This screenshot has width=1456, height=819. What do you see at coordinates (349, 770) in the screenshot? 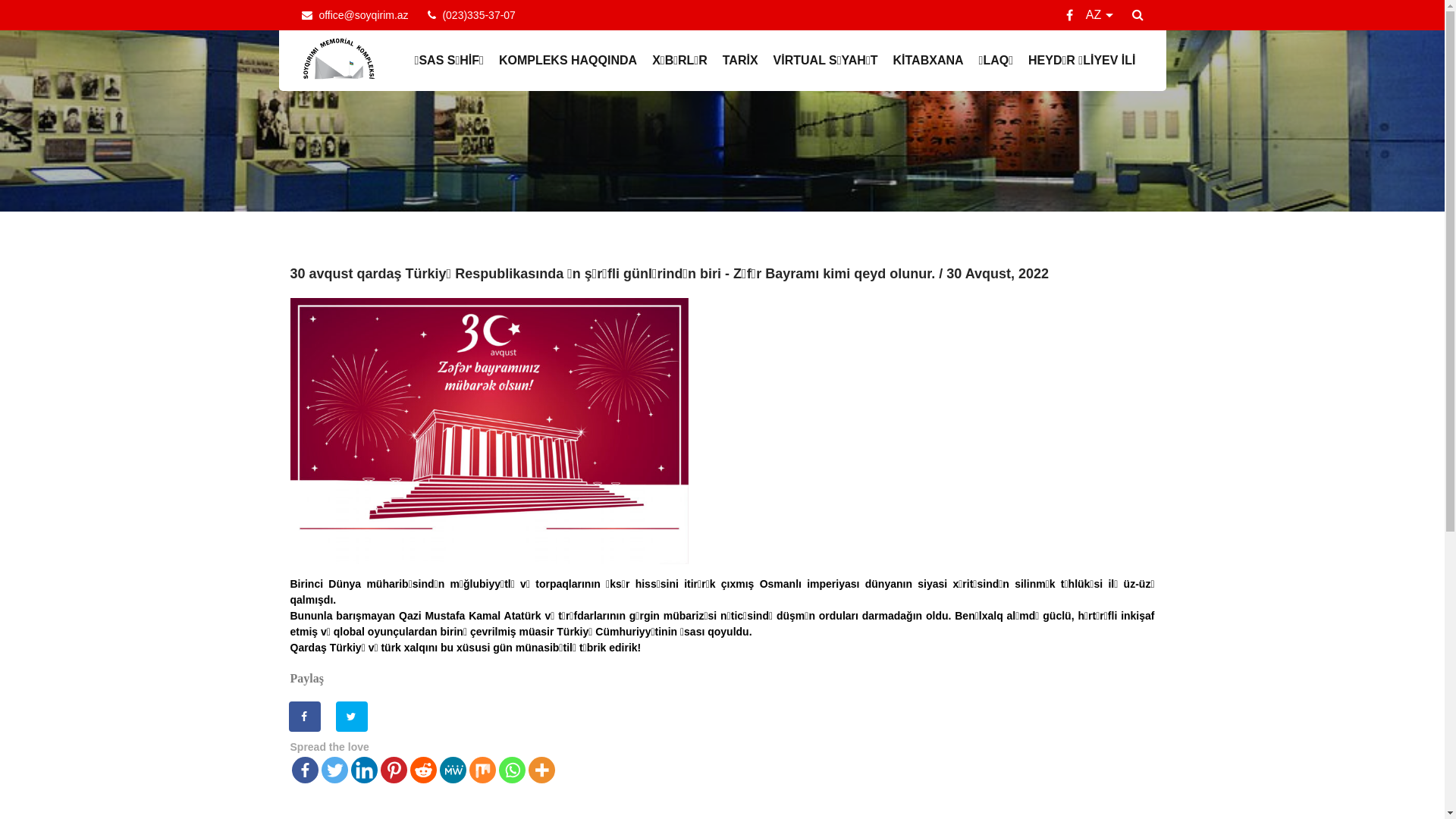
I see `'Linkedin'` at bounding box center [349, 770].